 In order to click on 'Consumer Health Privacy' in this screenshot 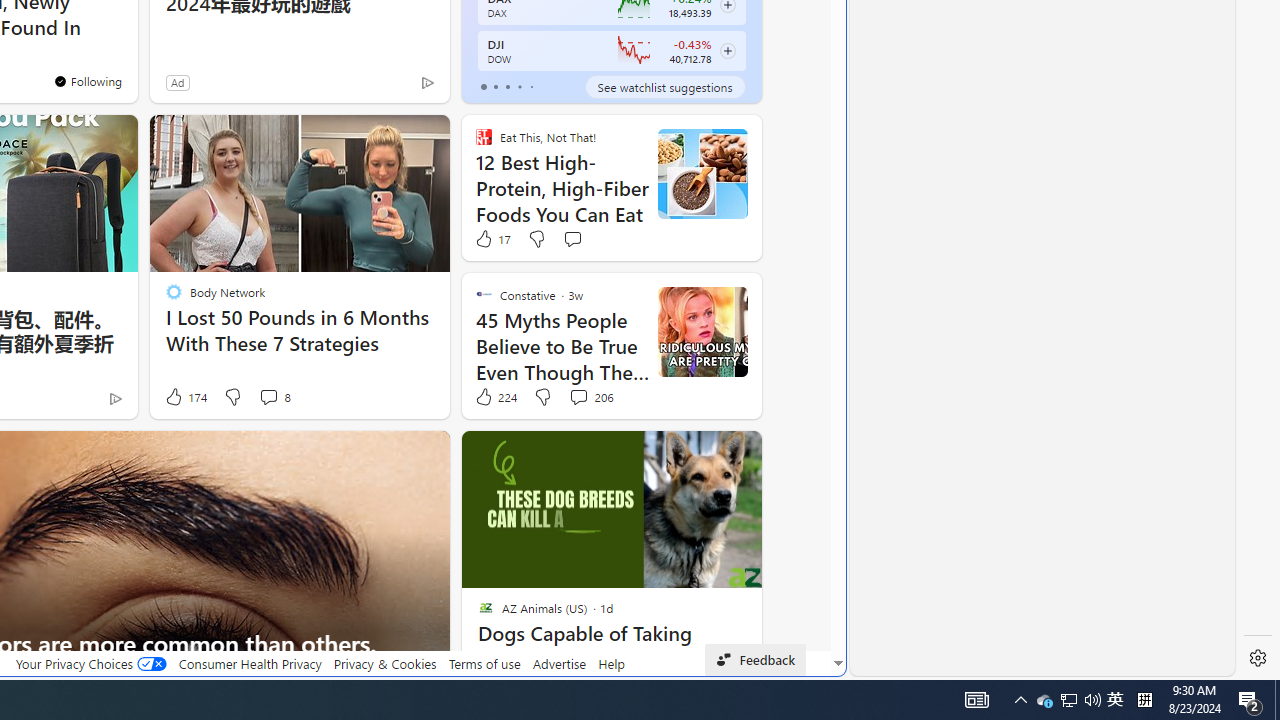, I will do `click(249, 663)`.